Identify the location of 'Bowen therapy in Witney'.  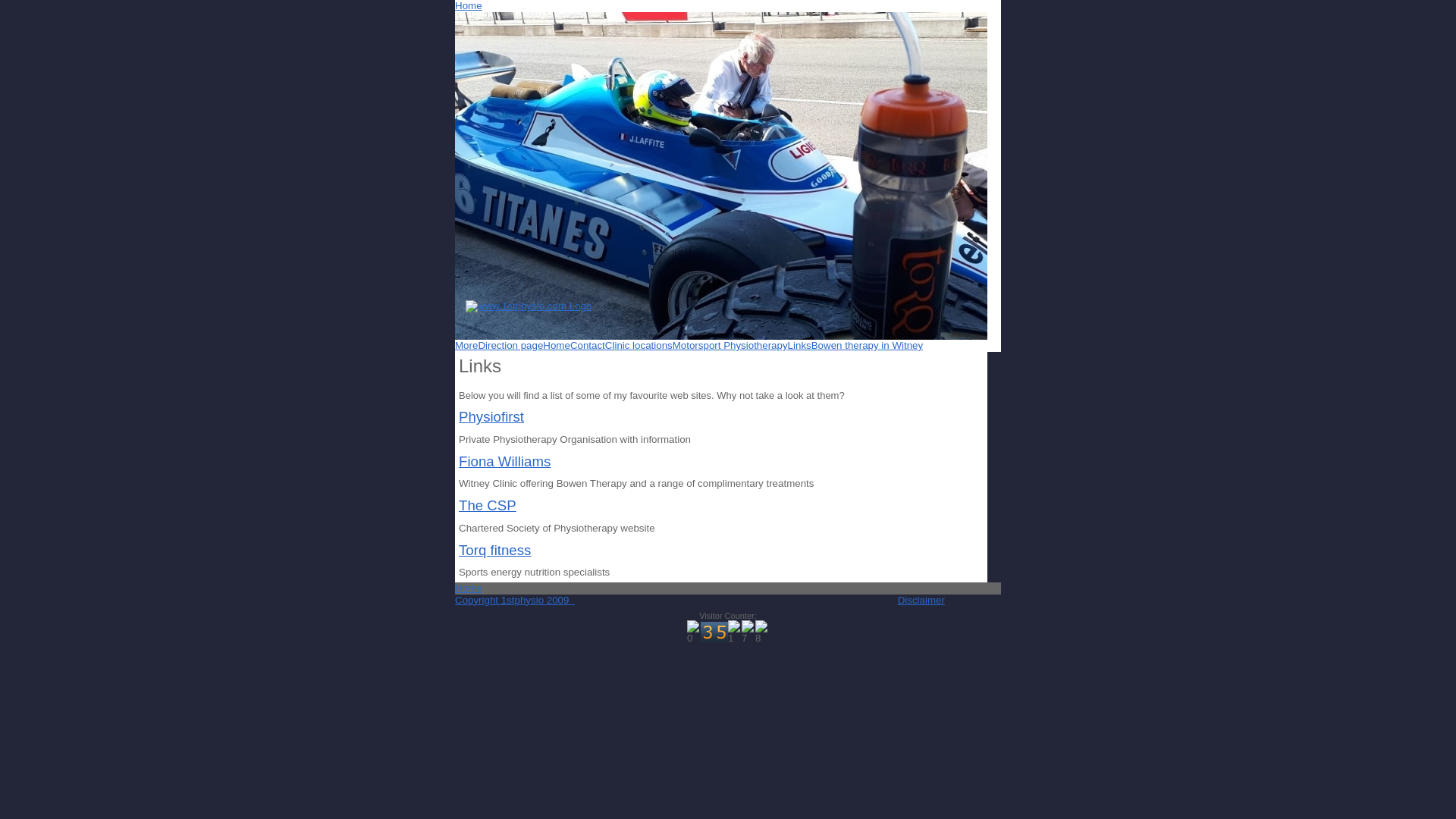
(867, 345).